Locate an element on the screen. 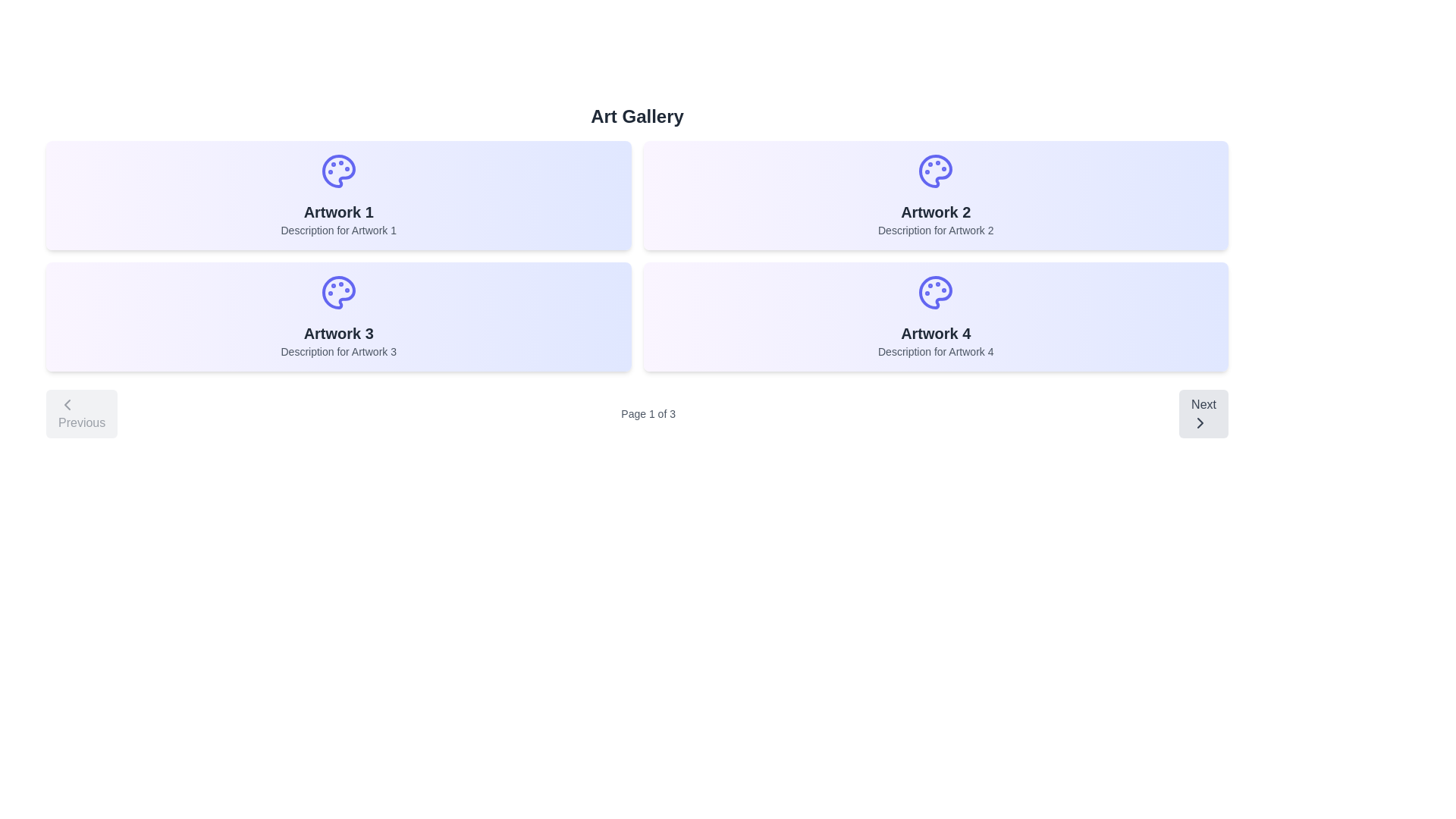 The height and width of the screenshot is (819, 1456). the main outline of the painter's palette icon styled with a purple-blue stroke, located within the card labeled 'Artwork 2' is located at coordinates (935, 171).